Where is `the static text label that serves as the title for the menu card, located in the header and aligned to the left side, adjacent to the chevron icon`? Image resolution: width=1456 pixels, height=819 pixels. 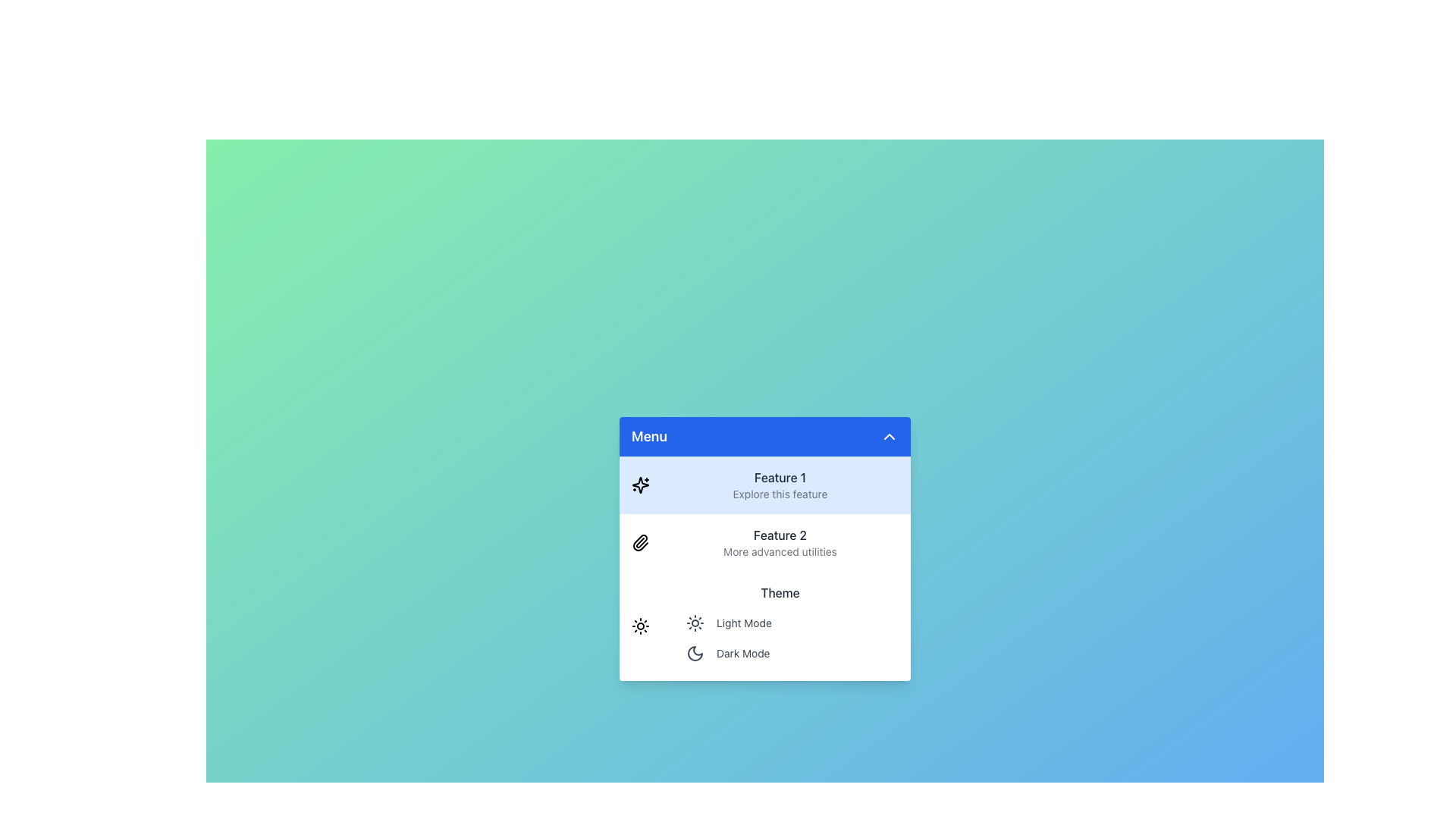
the static text label that serves as the title for the menu card, located in the header and aligned to the left side, adjacent to the chevron icon is located at coordinates (649, 436).